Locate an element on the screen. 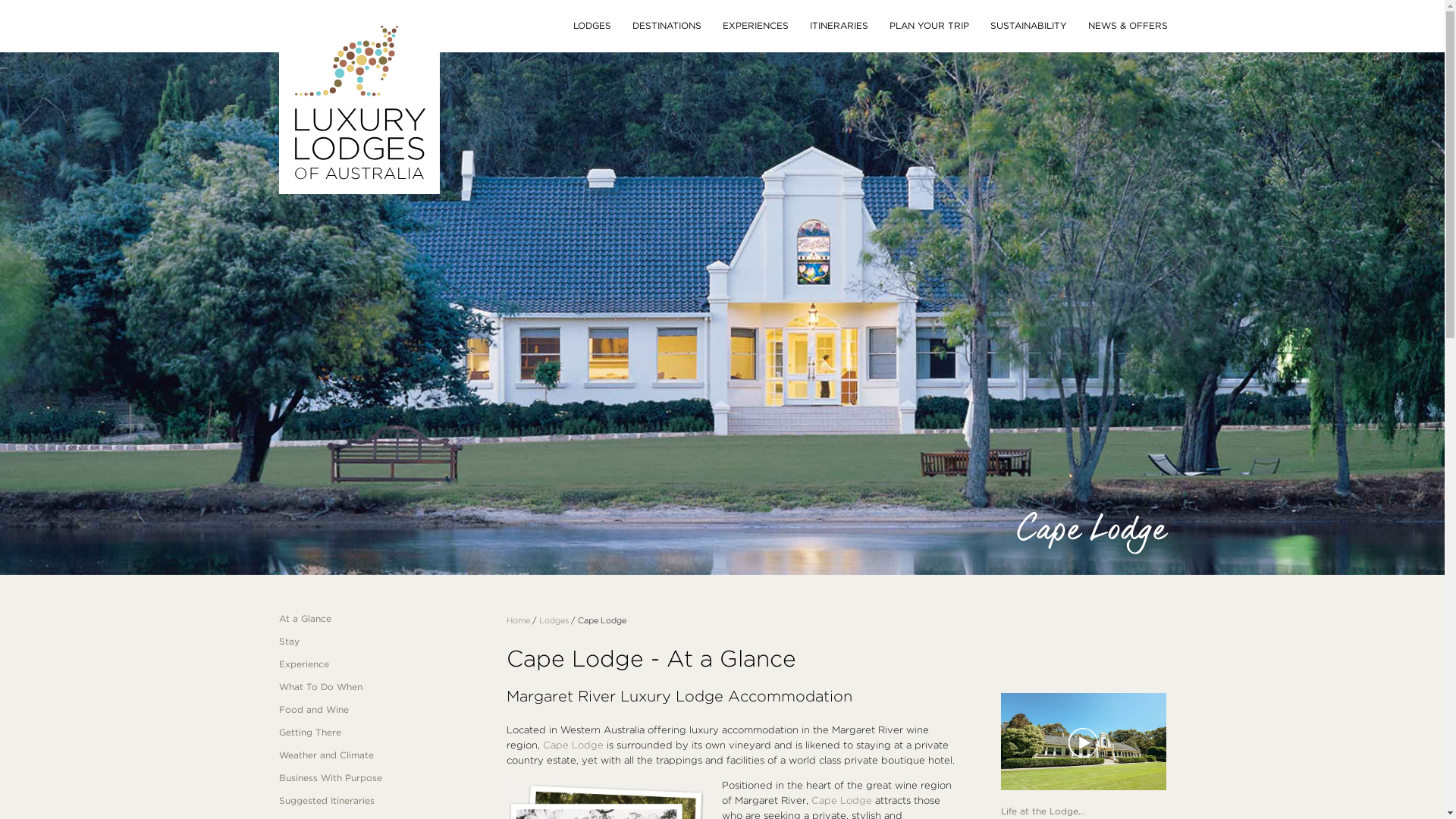  'Getting There' is located at coordinates (279, 731).